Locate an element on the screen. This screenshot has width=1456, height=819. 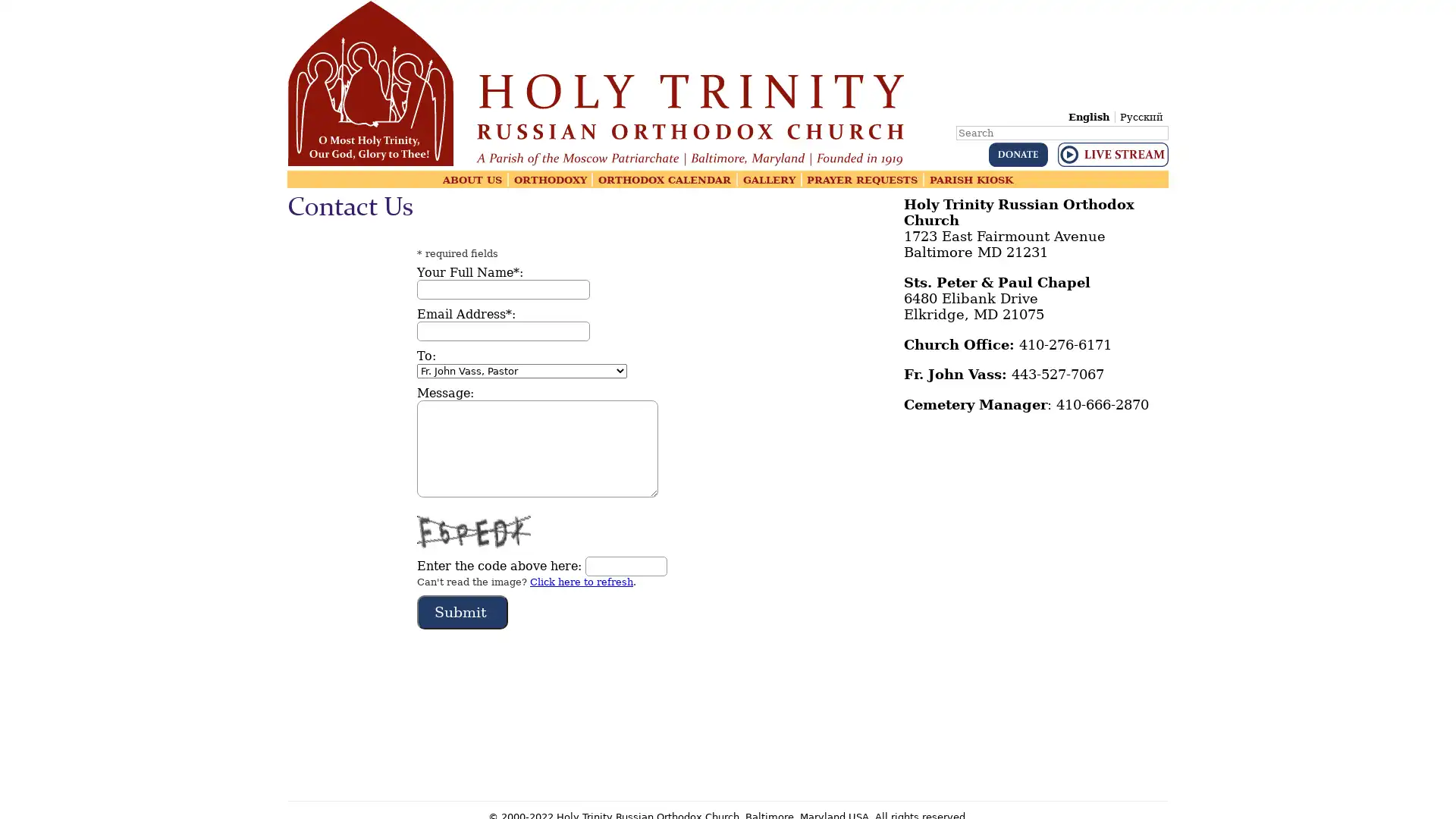
PayPal - The safer, easier way to pay online! is located at coordinates (1018, 155).